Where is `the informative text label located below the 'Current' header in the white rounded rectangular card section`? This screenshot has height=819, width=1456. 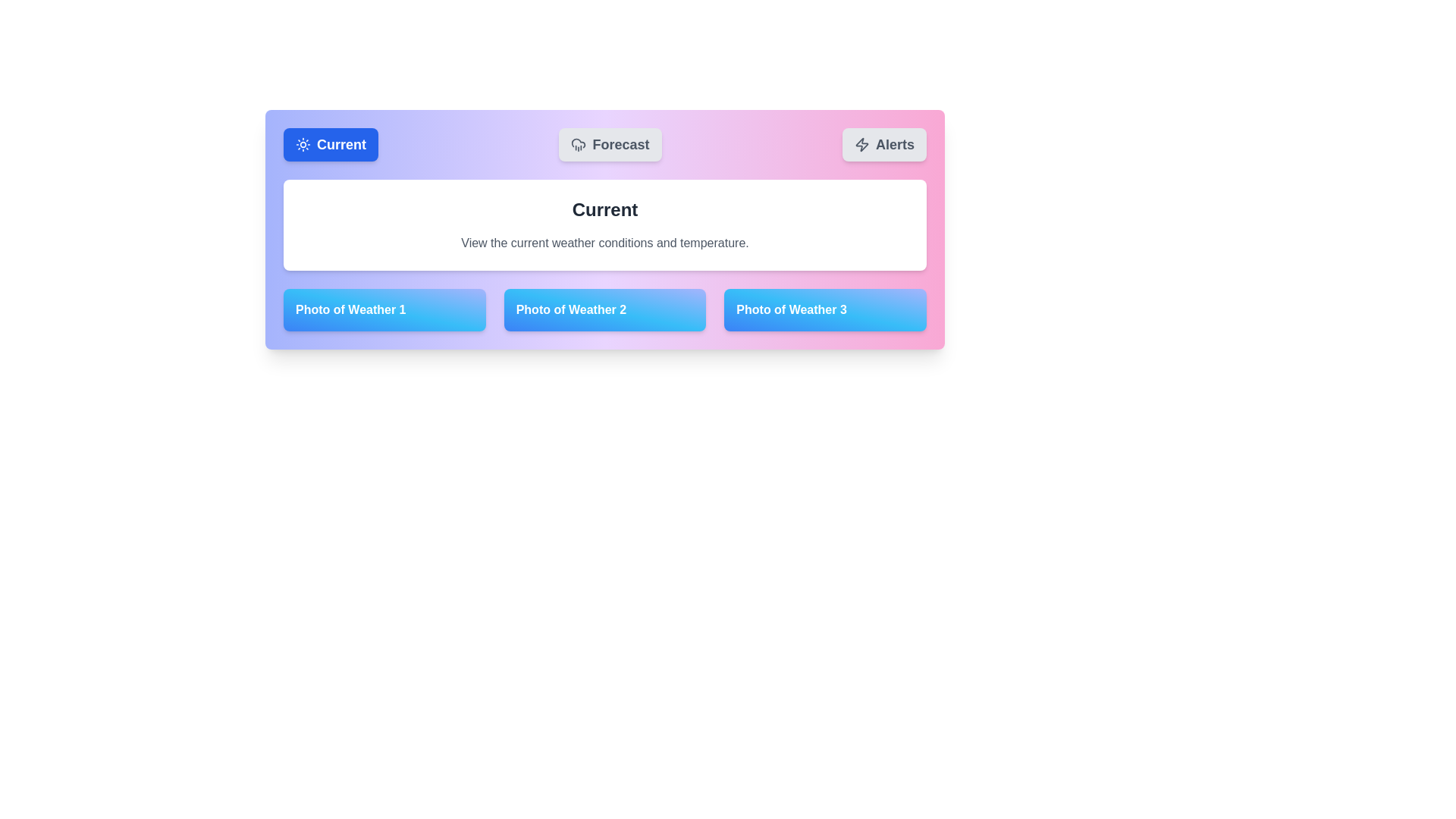 the informative text label located below the 'Current' header in the white rounded rectangular card section is located at coordinates (604, 242).